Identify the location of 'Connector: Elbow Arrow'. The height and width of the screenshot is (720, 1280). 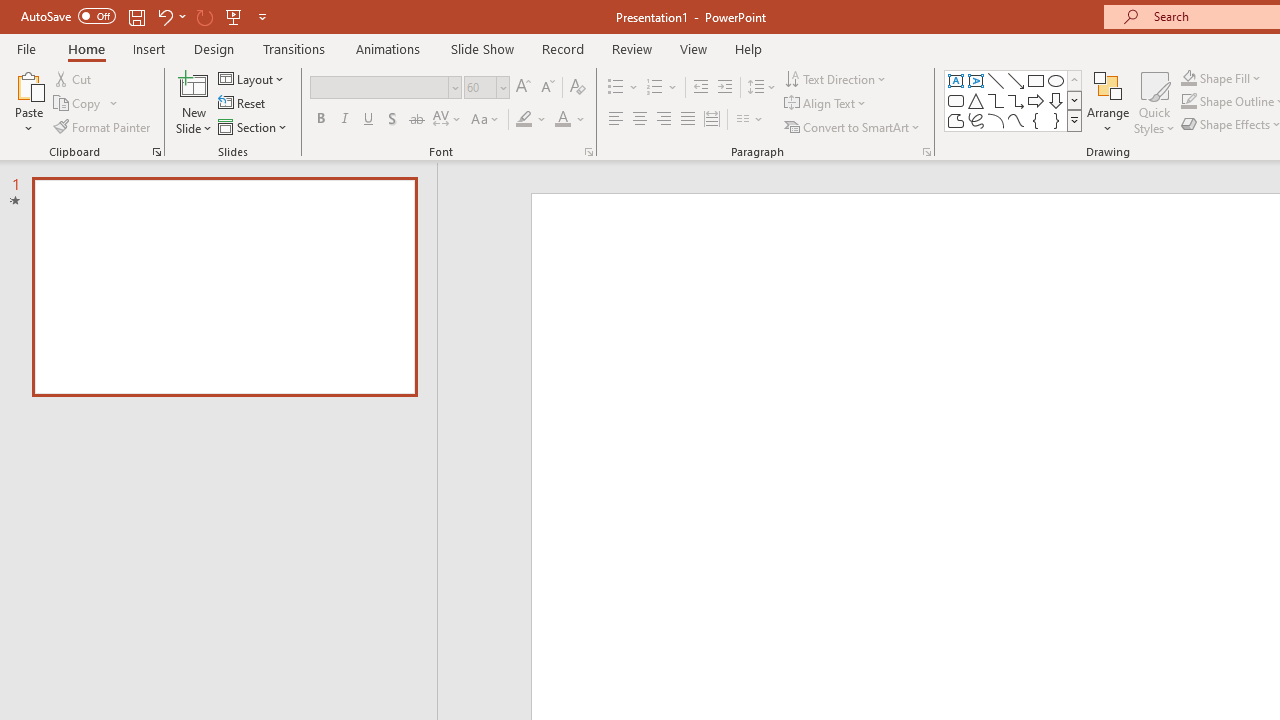
(1016, 100).